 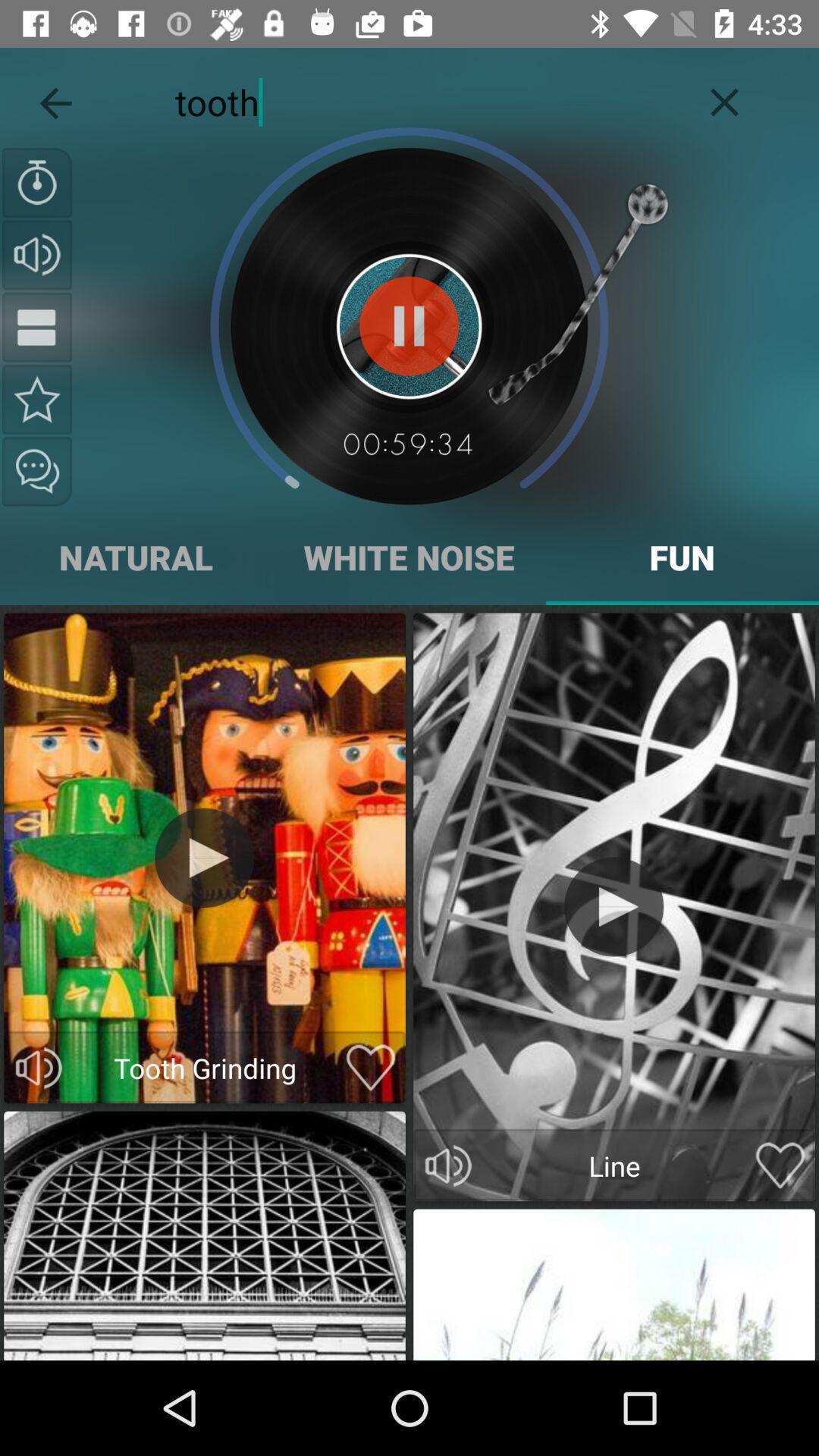 What do you see at coordinates (371, 1067) in the screenshot?
I see `video` at bounding box center [371, 1067].